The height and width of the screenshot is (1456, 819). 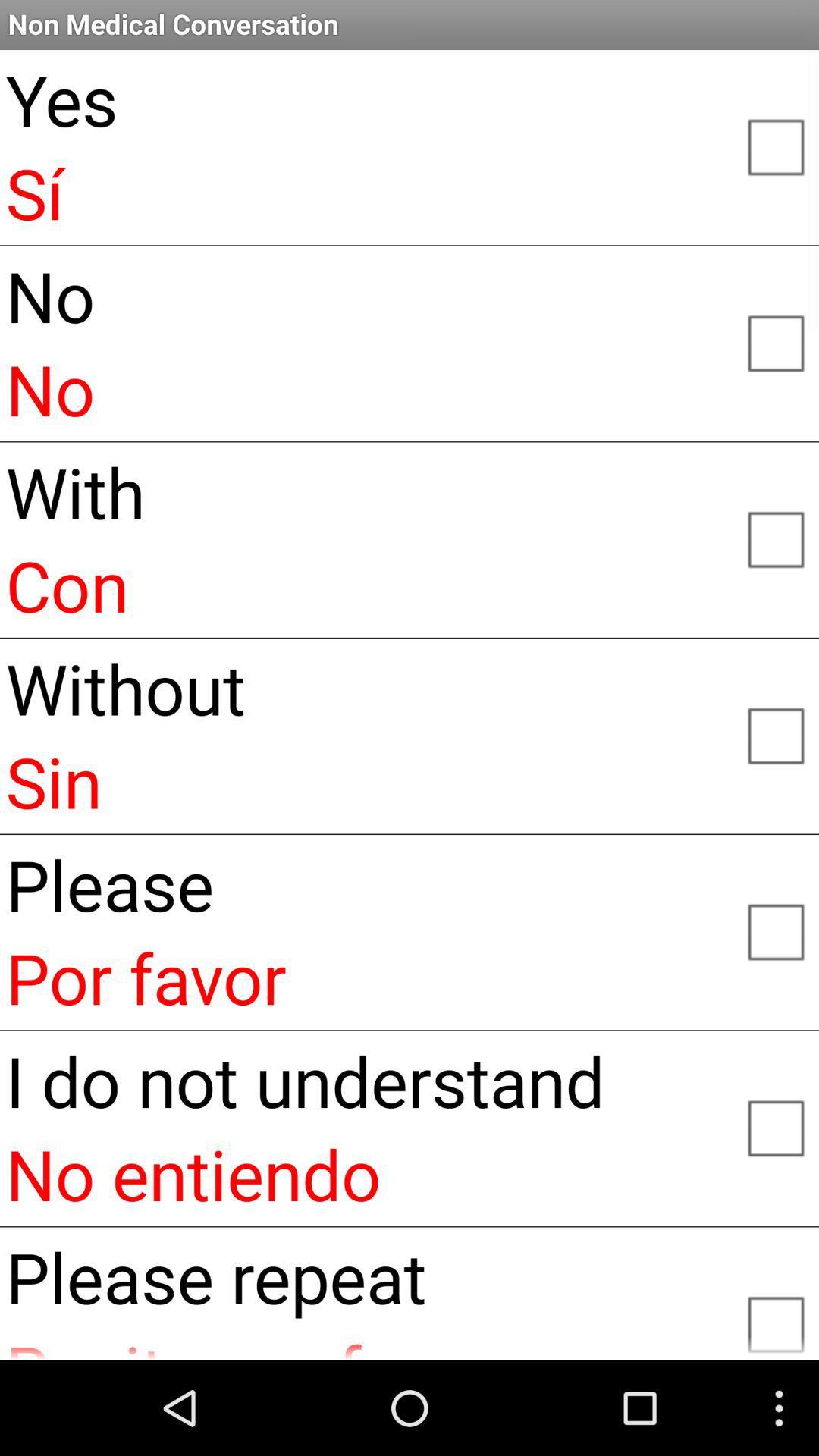 What do you see at coordinates (775, 735) in the screenshot?
I see `check/uncheck` at bounding box center [775, 735].